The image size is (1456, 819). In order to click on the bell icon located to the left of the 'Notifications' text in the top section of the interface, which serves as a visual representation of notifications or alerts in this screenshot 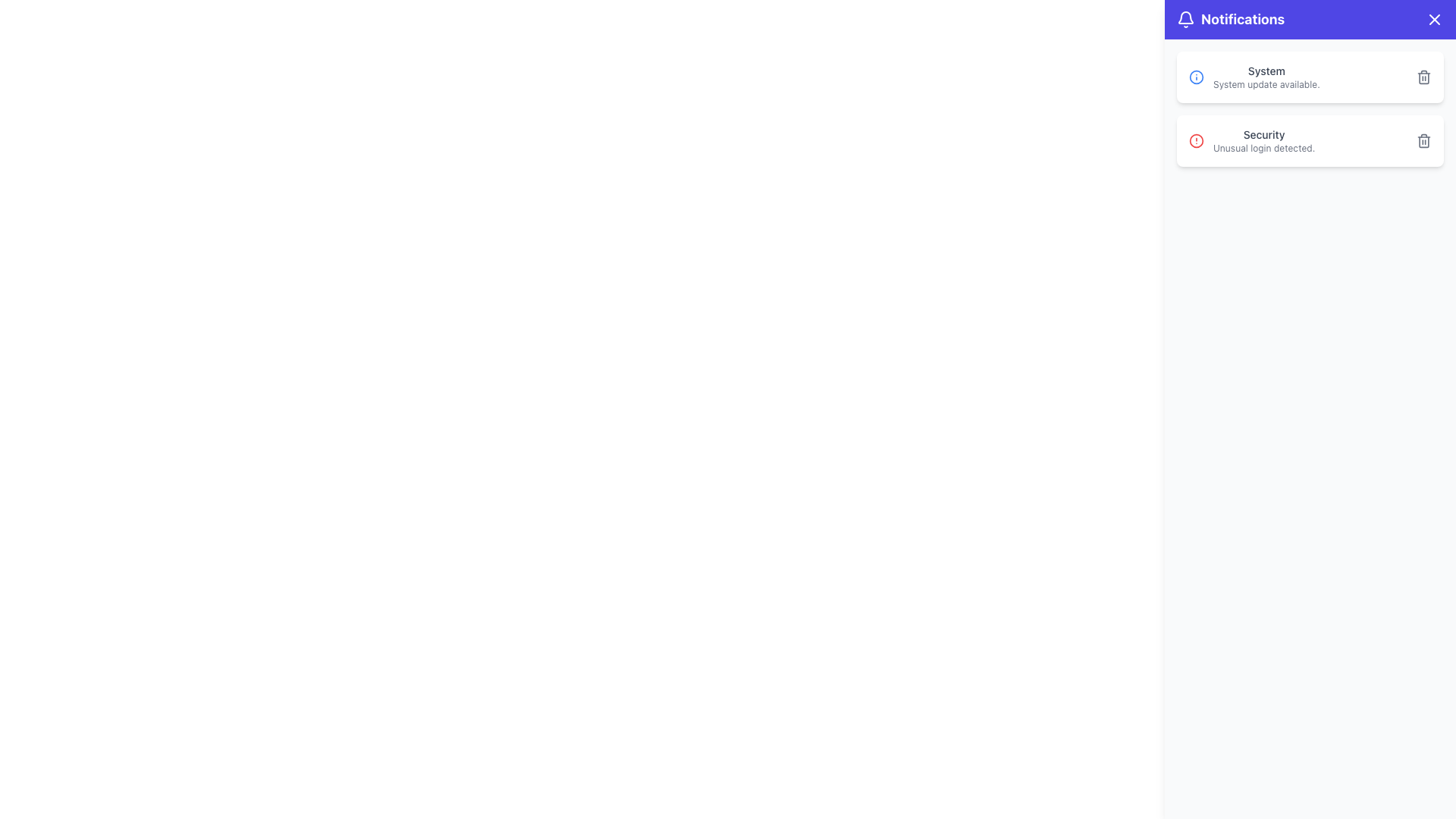, I will do `click(1185, 20)`.